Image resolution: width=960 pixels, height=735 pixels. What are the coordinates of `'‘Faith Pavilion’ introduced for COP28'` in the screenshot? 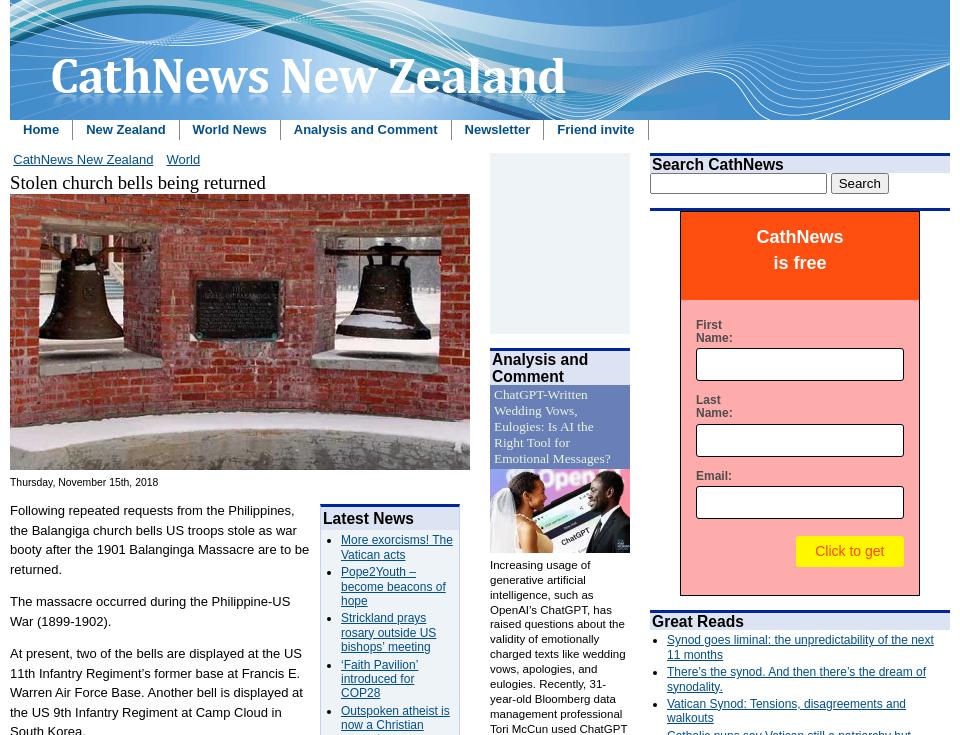 It's located at (378, 677).